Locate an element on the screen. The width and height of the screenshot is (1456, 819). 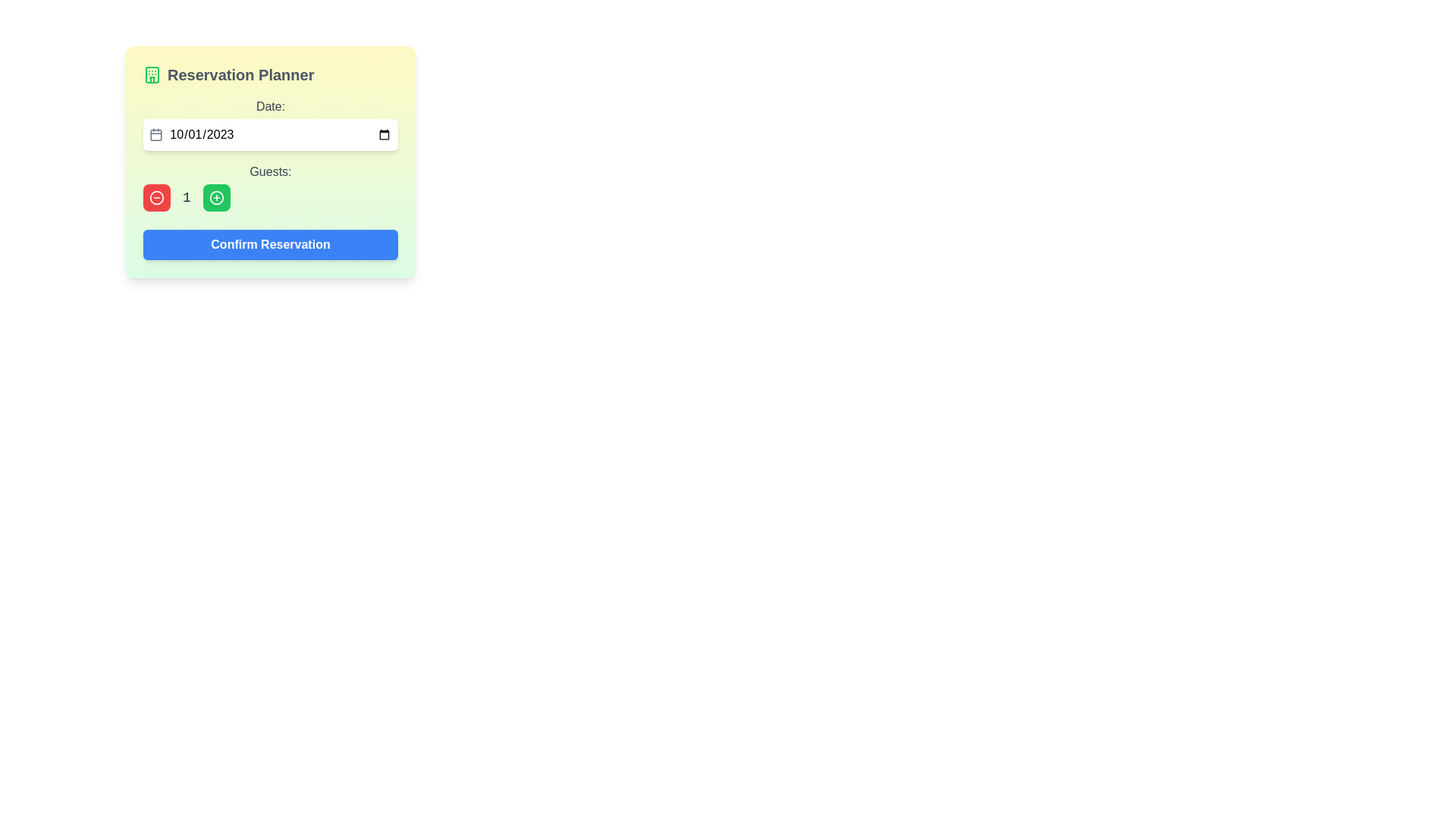
the date picker field located below the 'Date:' label in the 'Reservation Planner' form by tabbing to it is located at coordinates (270, 133).